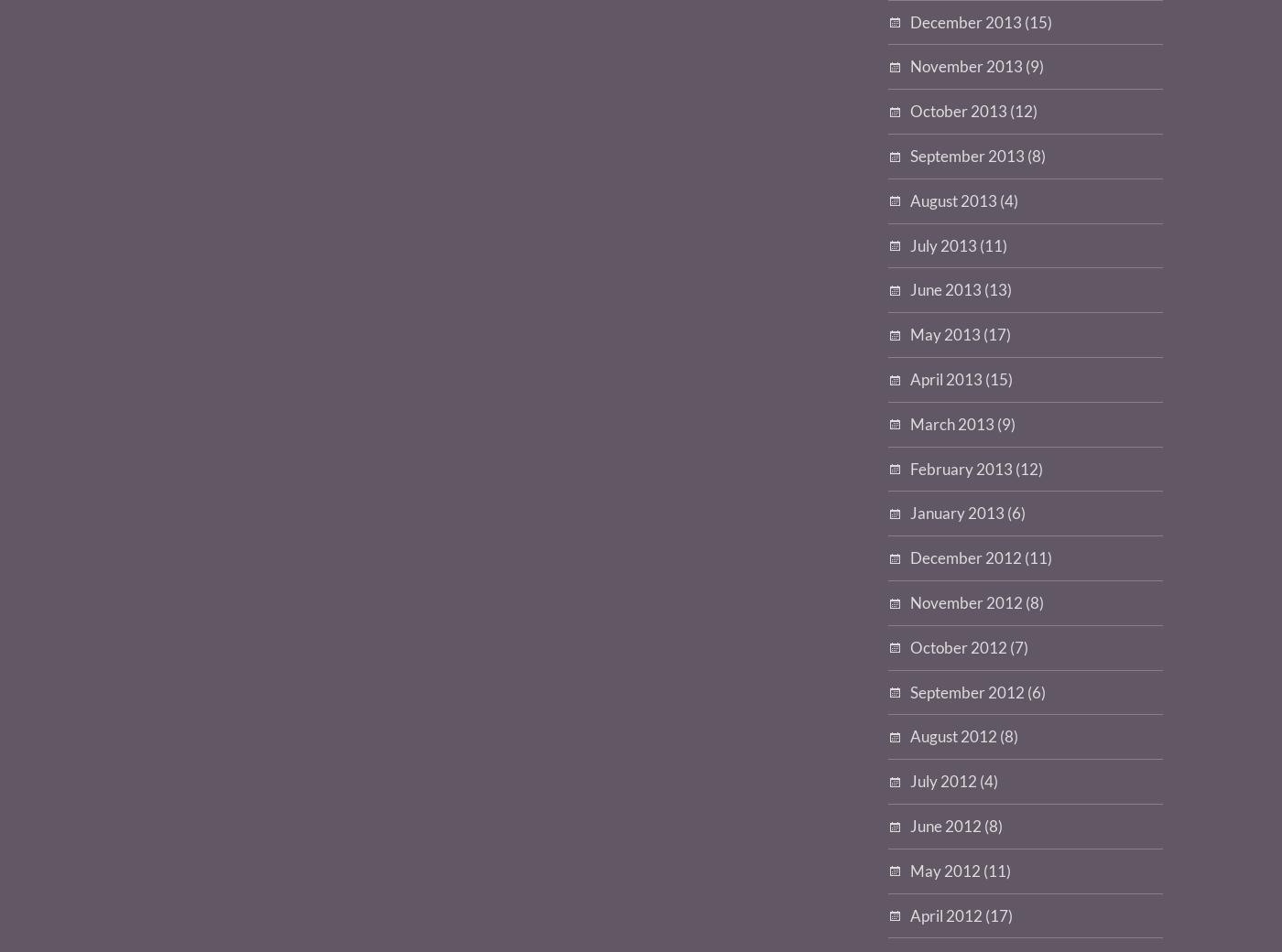  What do you see at coordinates (996, 288) in the screenshot?
I see `'(13)'` at bounding box center [996, 288].